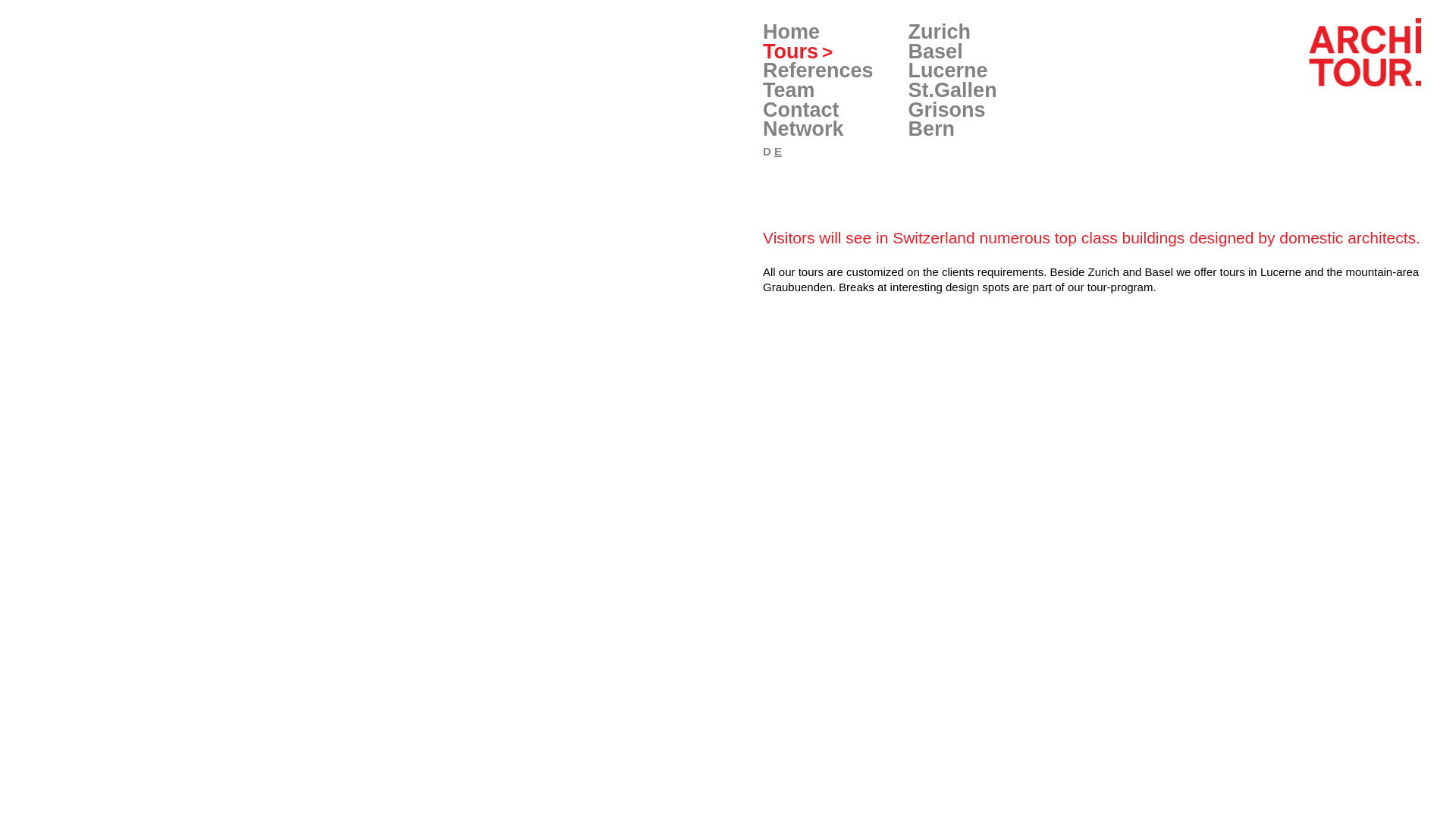  Describe the element at coordinates (934, 51) in the screenshot. I see `'Basel'` at that location.